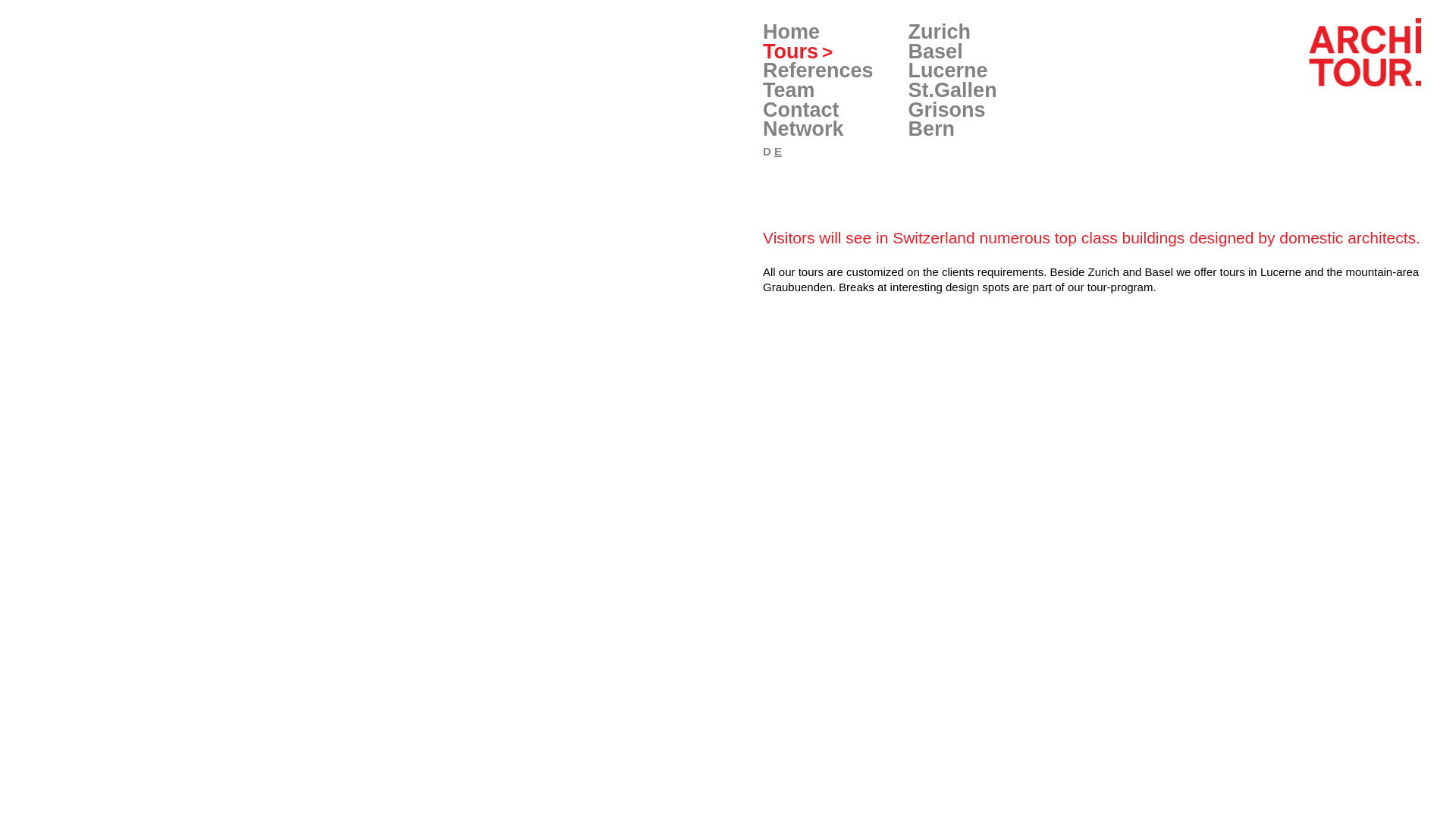  Describe the element at coordinates (934, 51) in the screenshot. I see `'Basel'` at that location.